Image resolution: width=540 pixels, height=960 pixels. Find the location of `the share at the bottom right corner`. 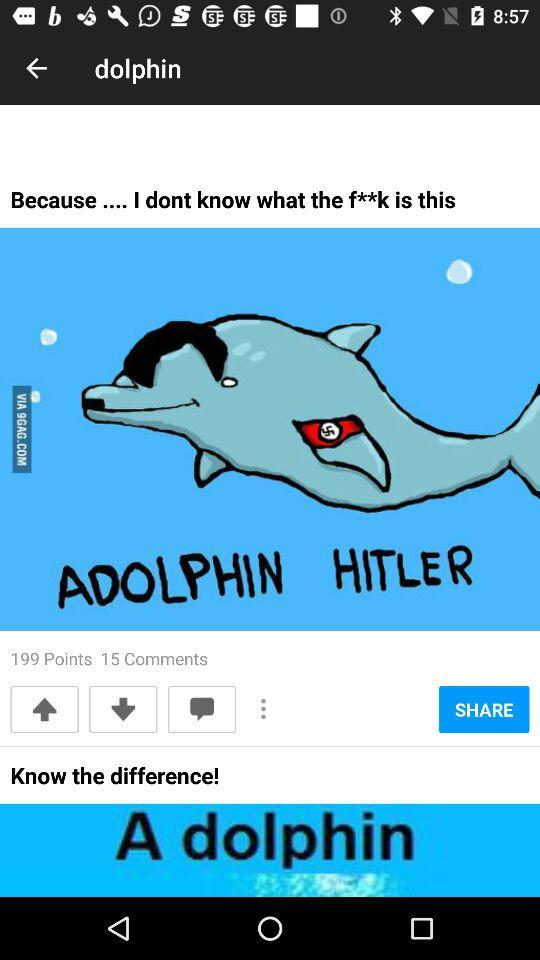

the share at the bottom right corner is located at coordinates (483, 709).